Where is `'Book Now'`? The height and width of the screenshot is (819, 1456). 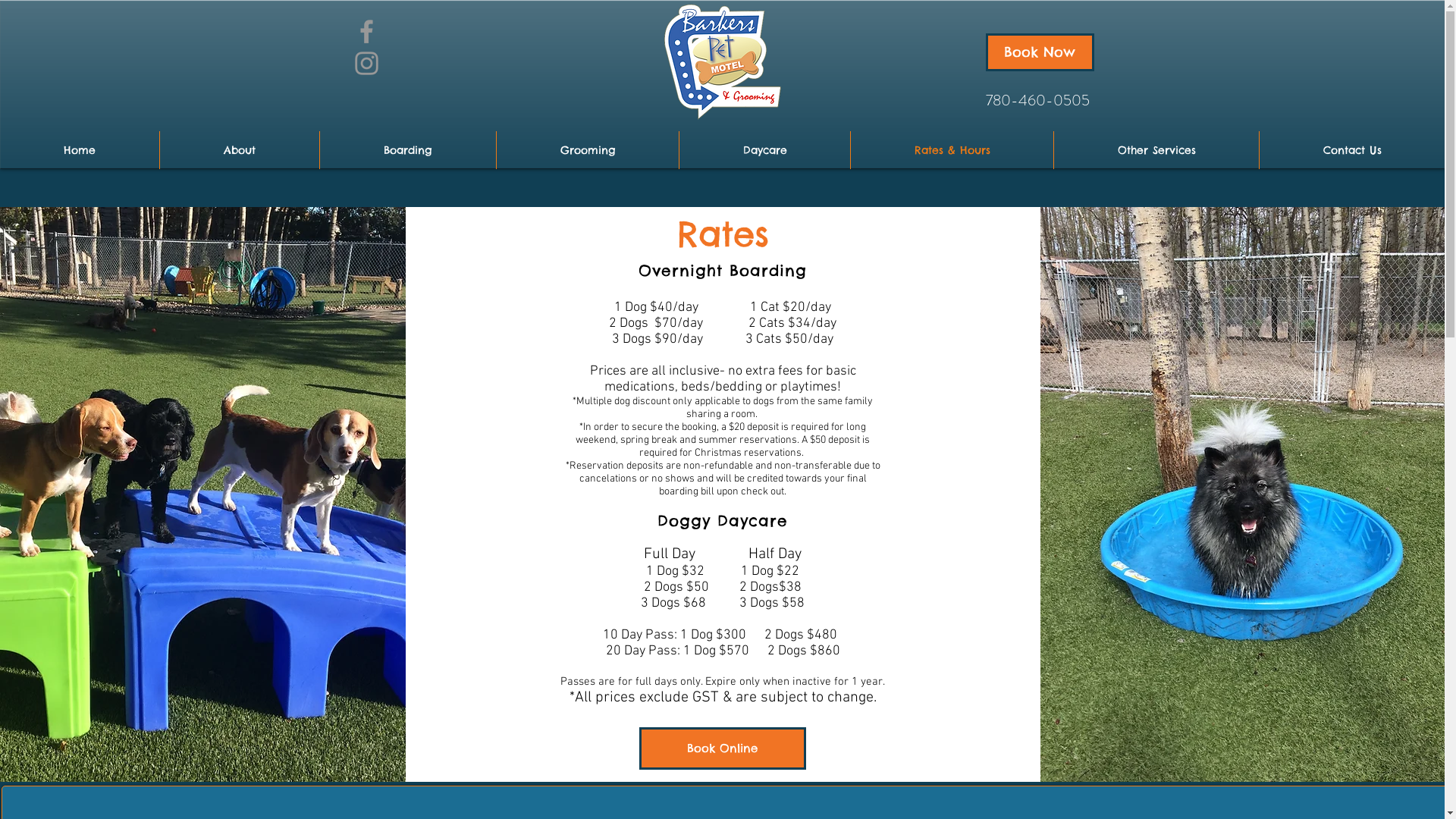
'Book Now' is located at coordinates (1039, 52).